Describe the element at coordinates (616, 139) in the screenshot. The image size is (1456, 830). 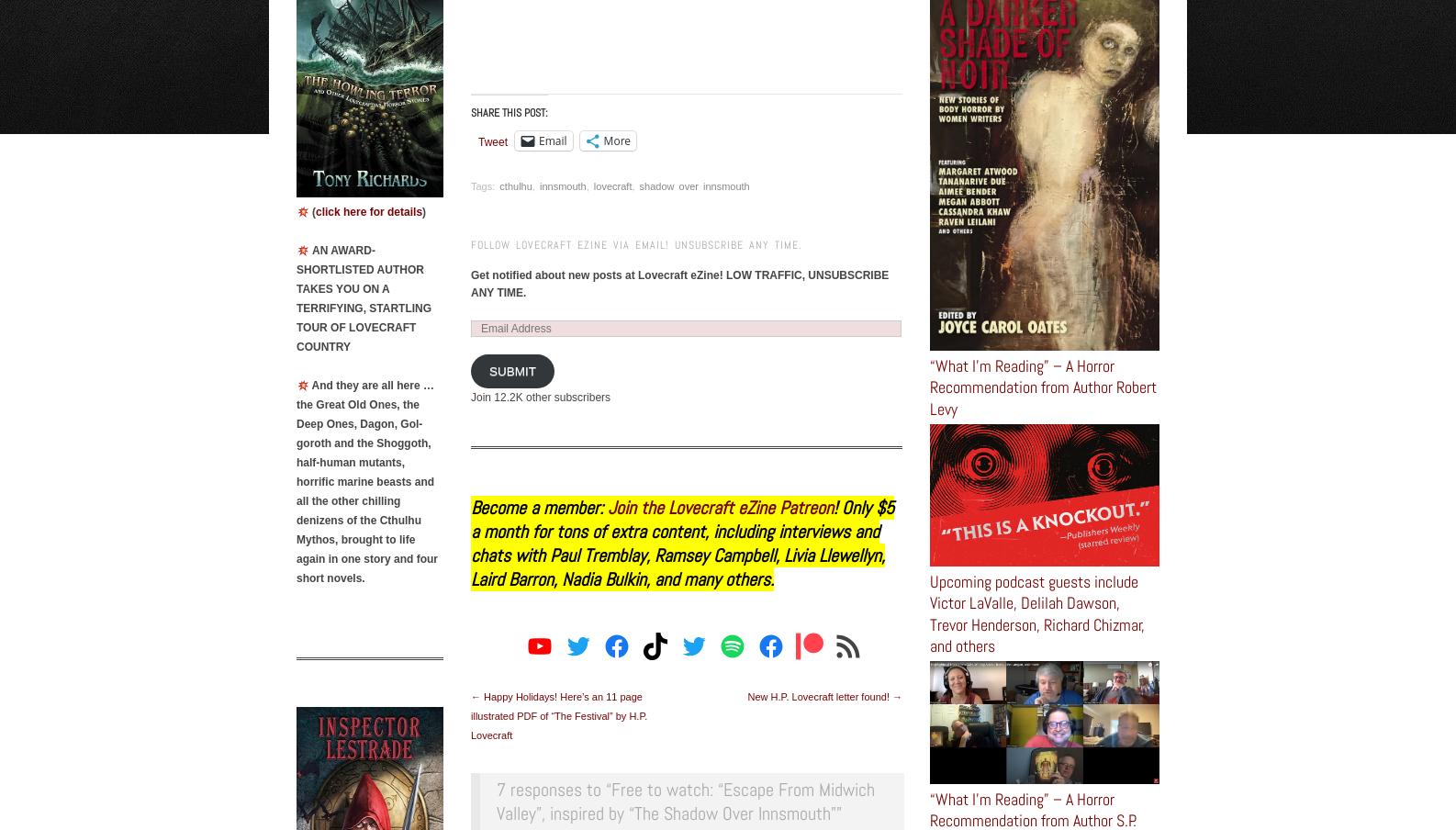
I see `'More'` at that location.